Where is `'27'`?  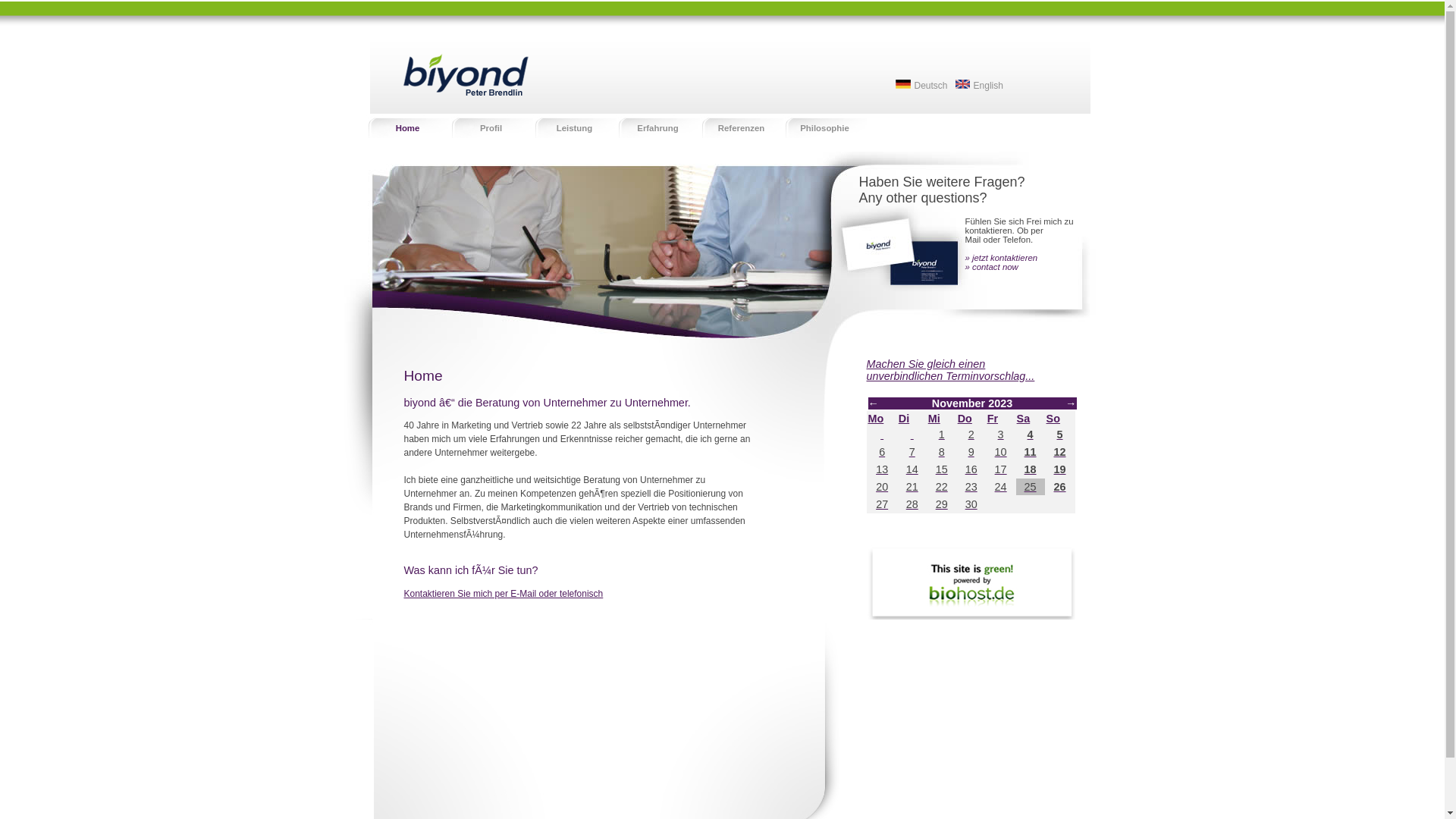
'27' is located at coordinates (881, 504).